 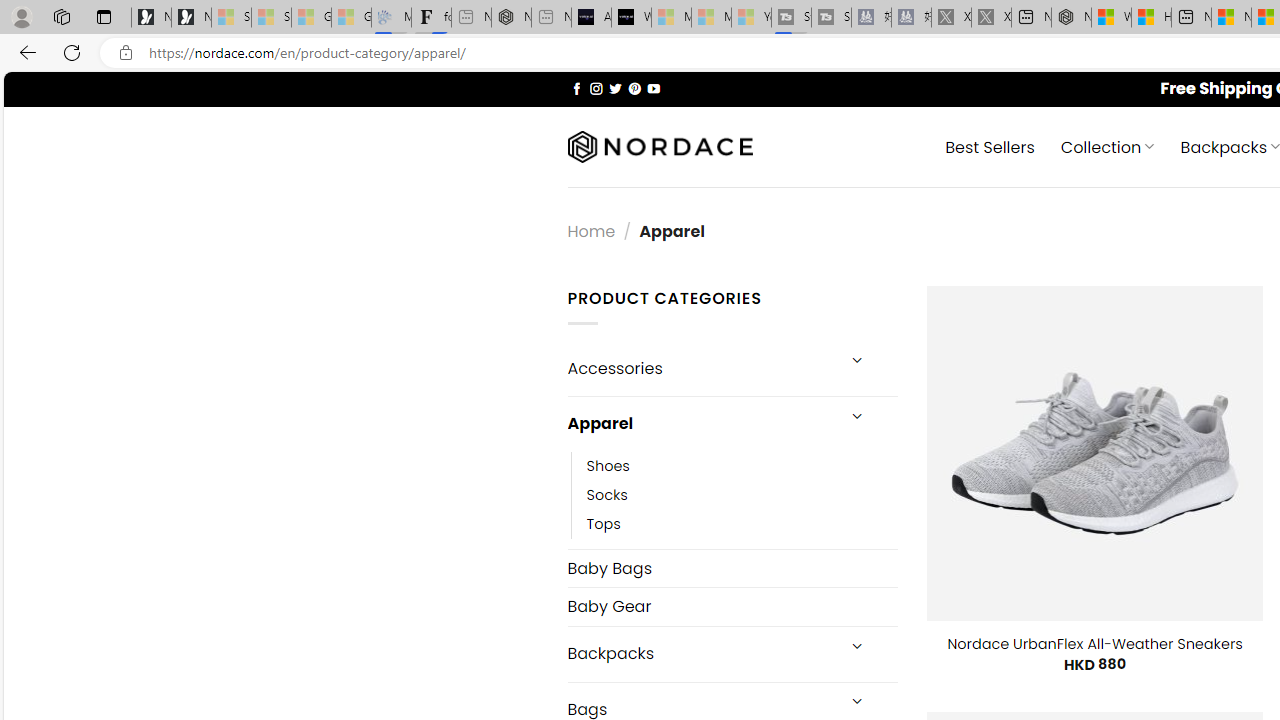 What do you see at coordinates (990, 145) in the screenshot?
I see `' Best Sellers'` at bounding box center [990, 145].